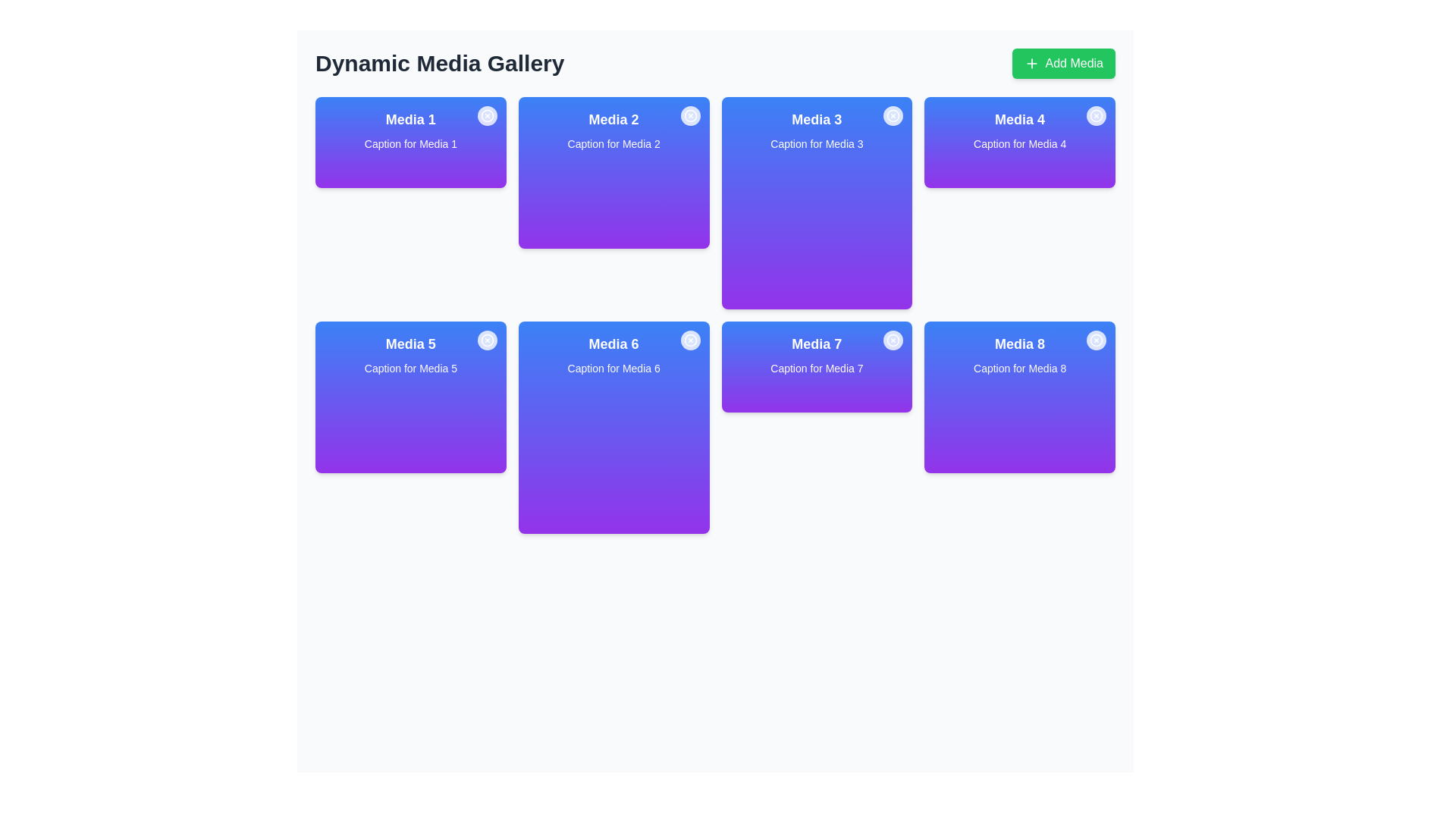 This screenshot has height=819, width=1456. I want to click on the close button located at the top-right corner of the 'Media 1' card, so click(487, 115).